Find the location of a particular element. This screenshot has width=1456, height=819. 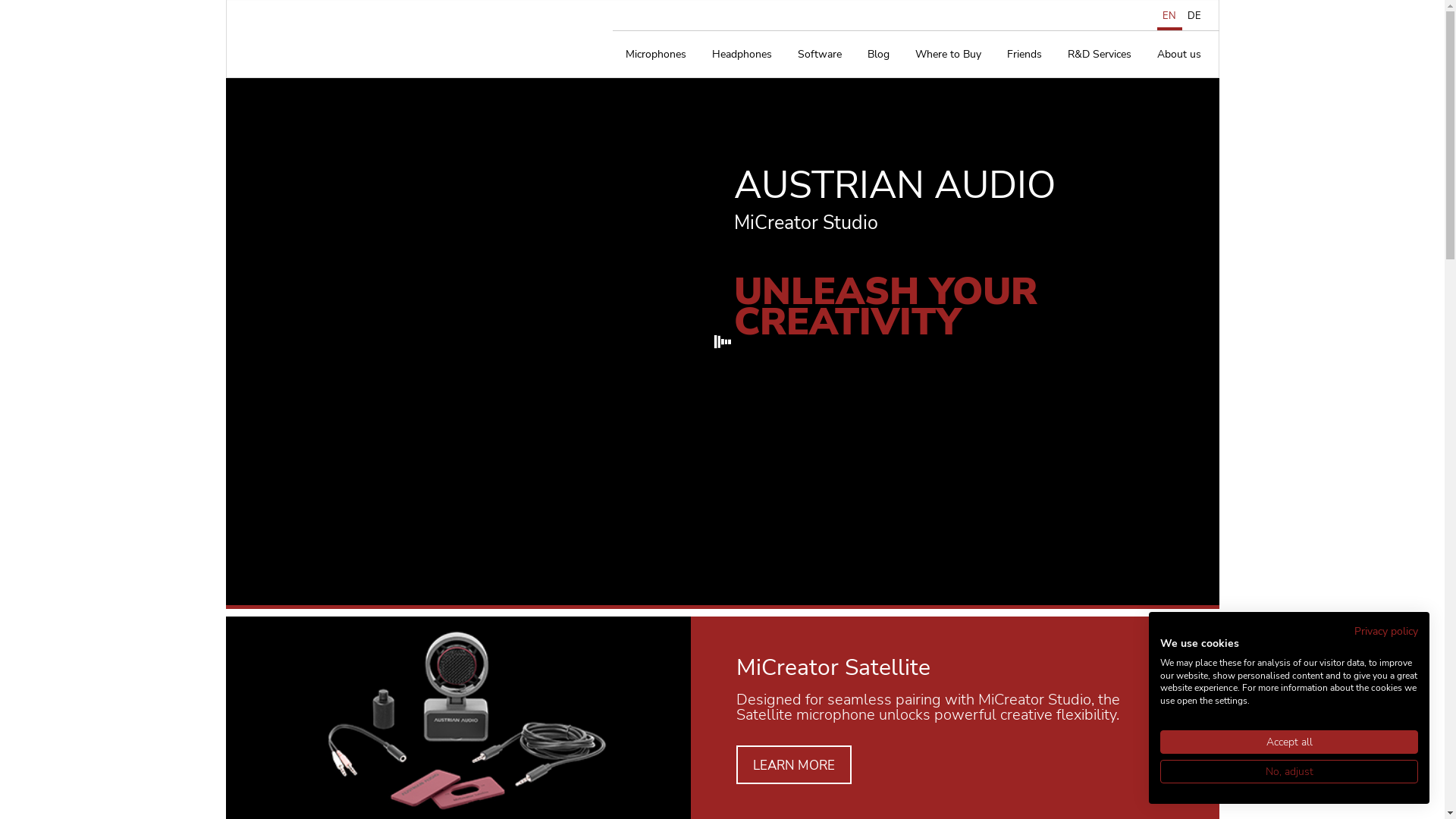

'Headphones' is located at coordinates (742, 54).